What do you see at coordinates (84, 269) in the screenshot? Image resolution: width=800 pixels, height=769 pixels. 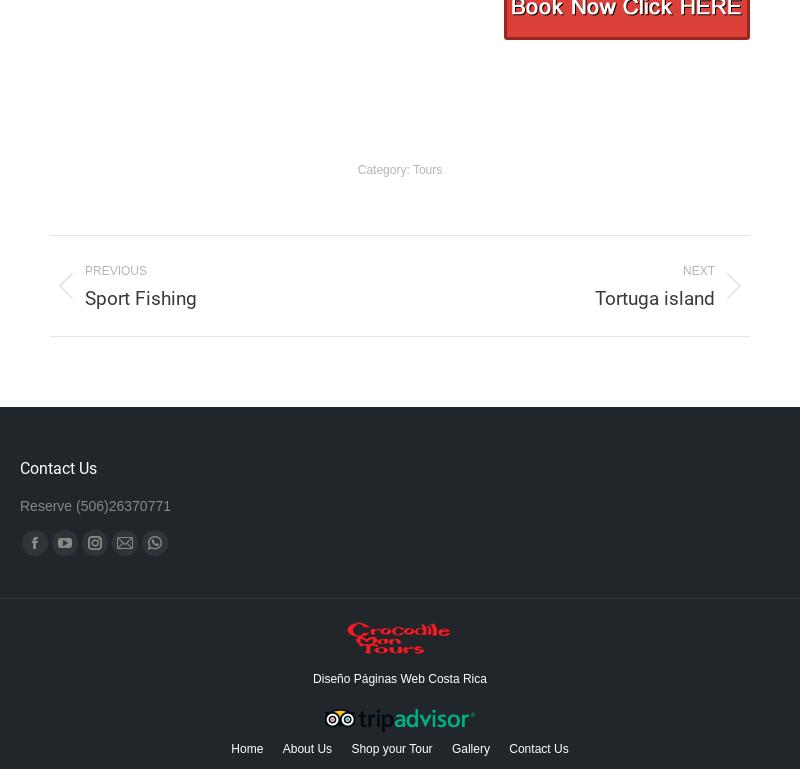 I see `'Previous'` at bounding box center [84, 269].